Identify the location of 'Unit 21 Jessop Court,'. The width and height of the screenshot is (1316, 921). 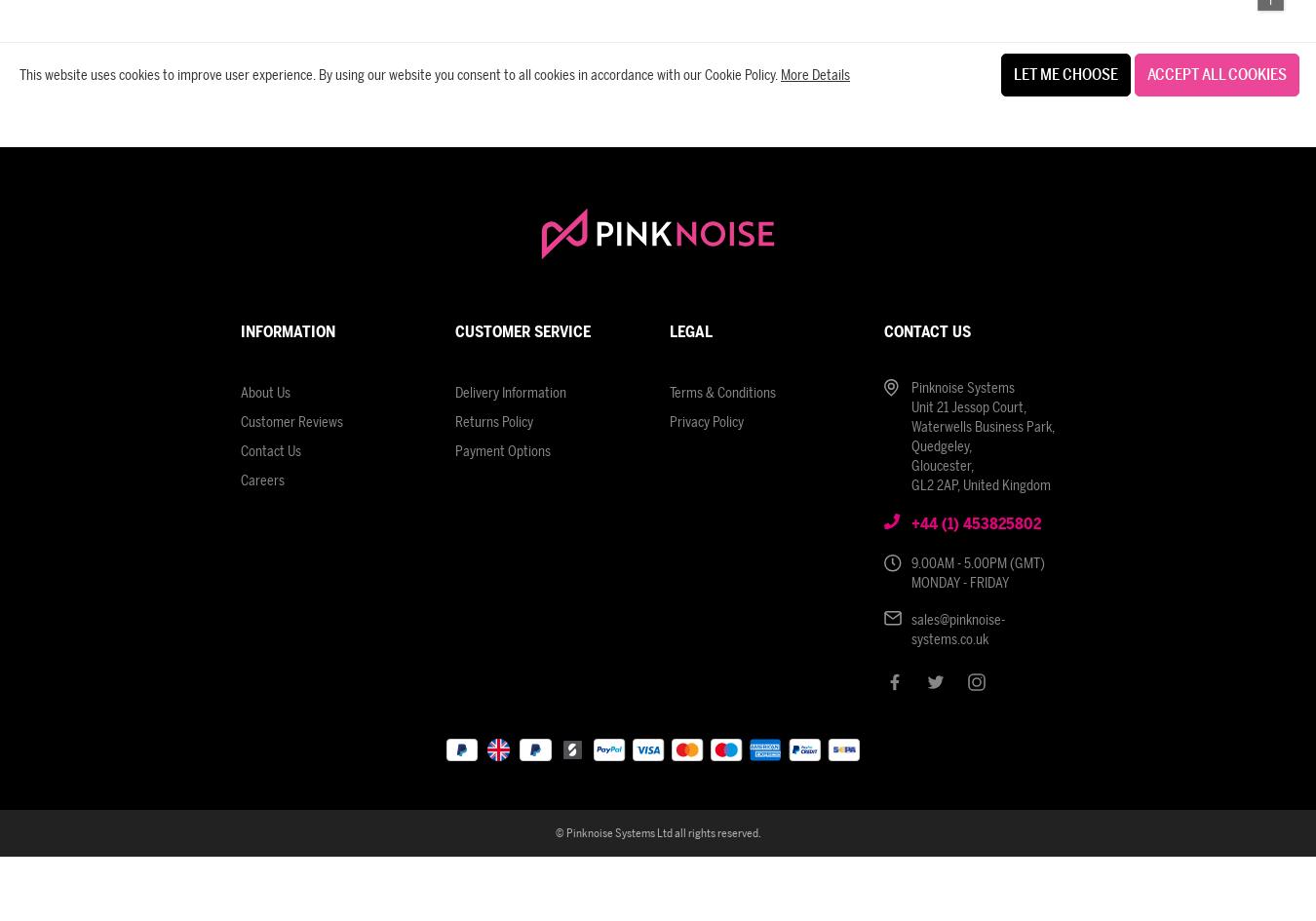
(968, 407).